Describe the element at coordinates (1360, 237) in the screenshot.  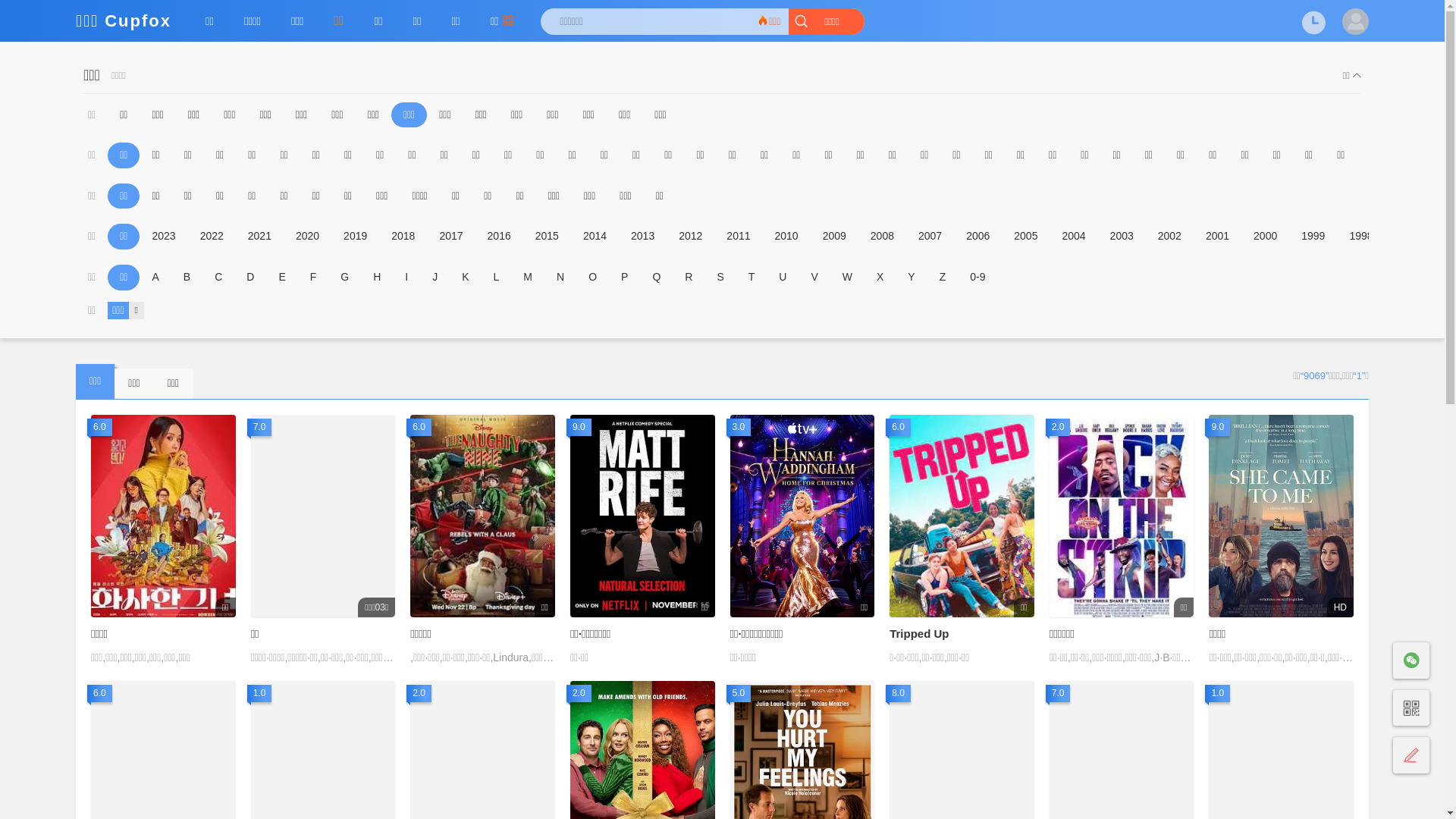
I see `'1998'` at that location.